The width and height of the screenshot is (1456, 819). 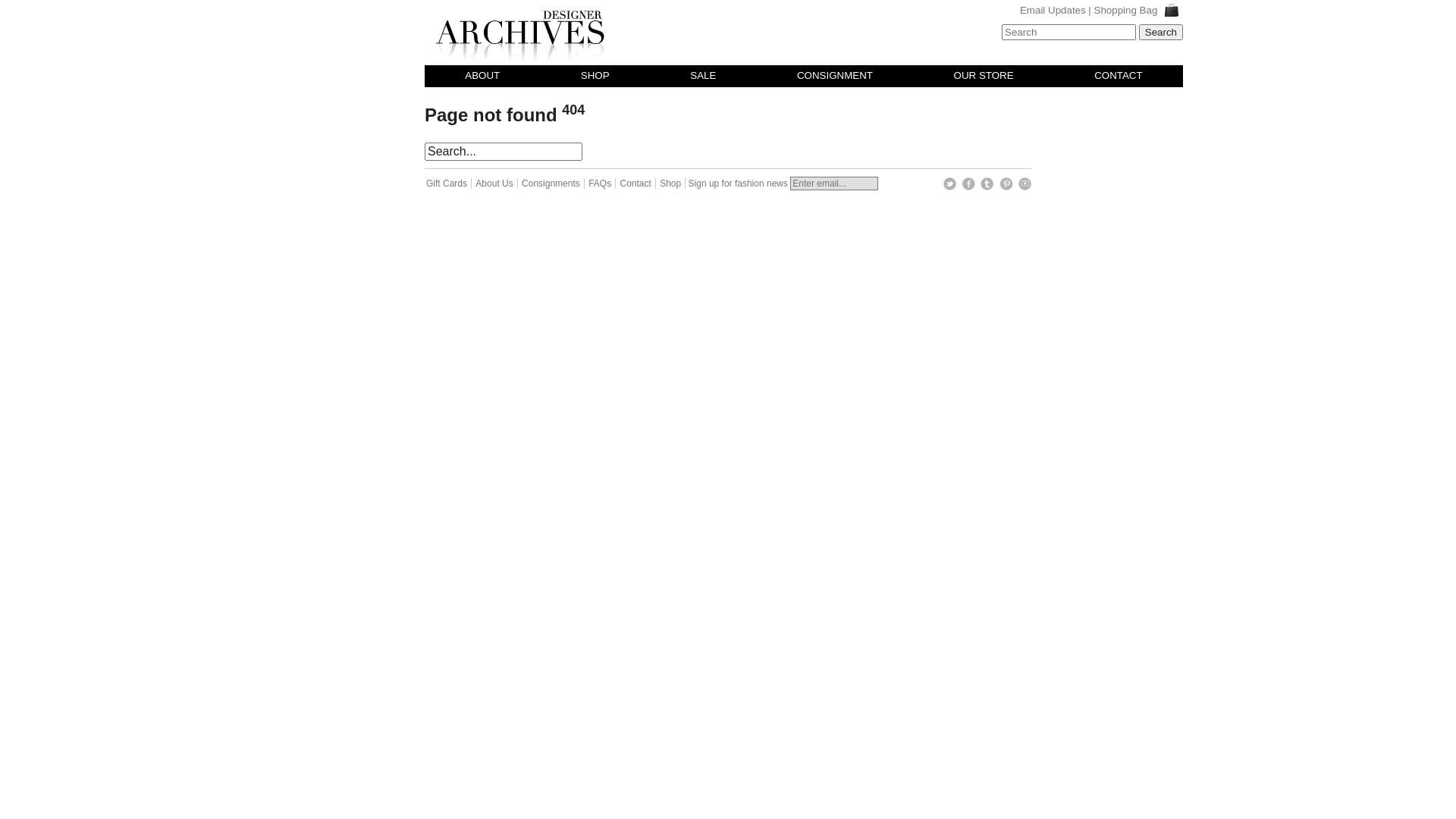 What do you see at coordinates (1118, 76) in the screenshot?
I see `'CONTACT'` at bounding box center [1118, 76].